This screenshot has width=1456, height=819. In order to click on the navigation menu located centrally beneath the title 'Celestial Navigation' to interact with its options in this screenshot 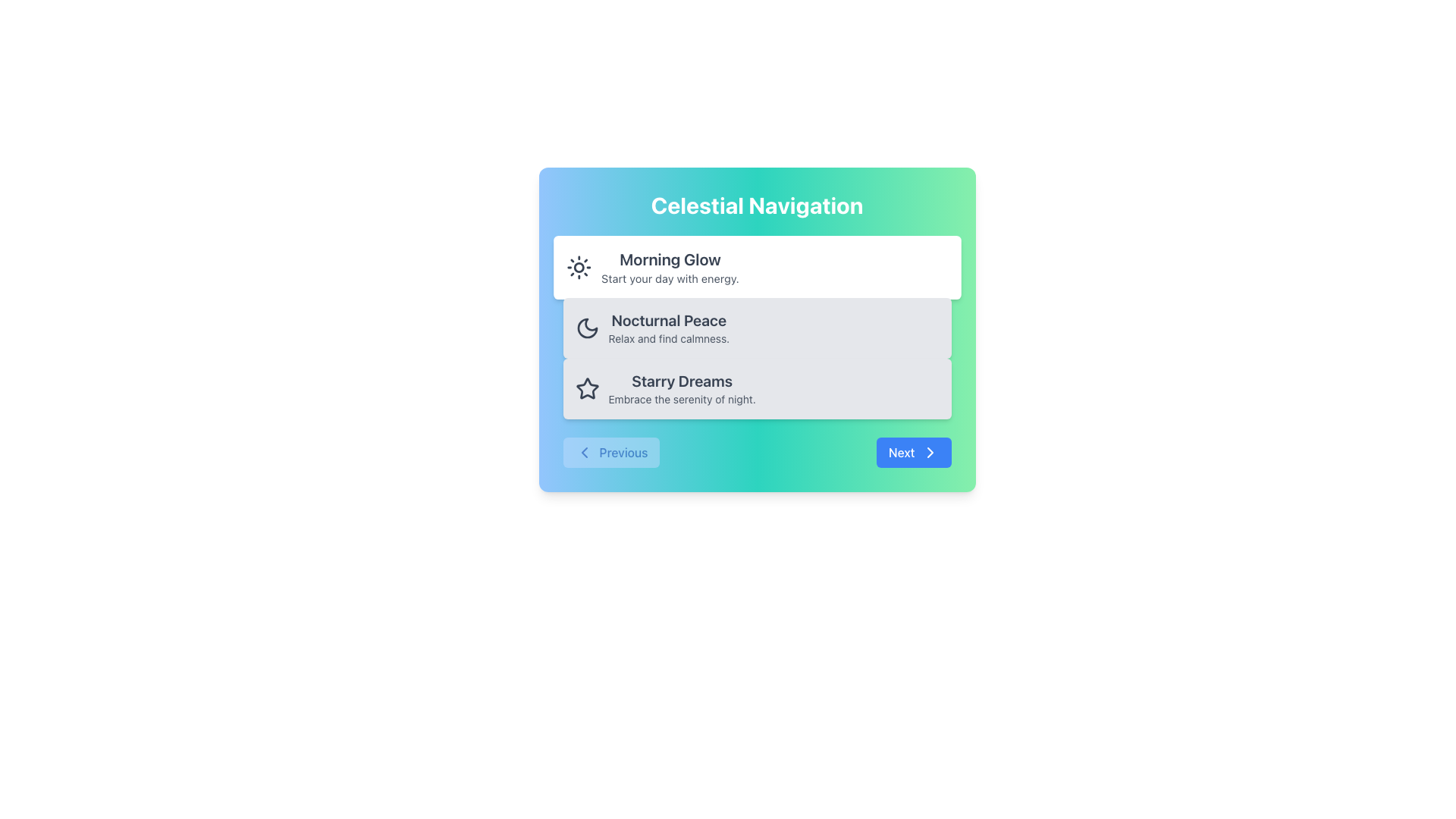, I will do `click(757, 327)`.